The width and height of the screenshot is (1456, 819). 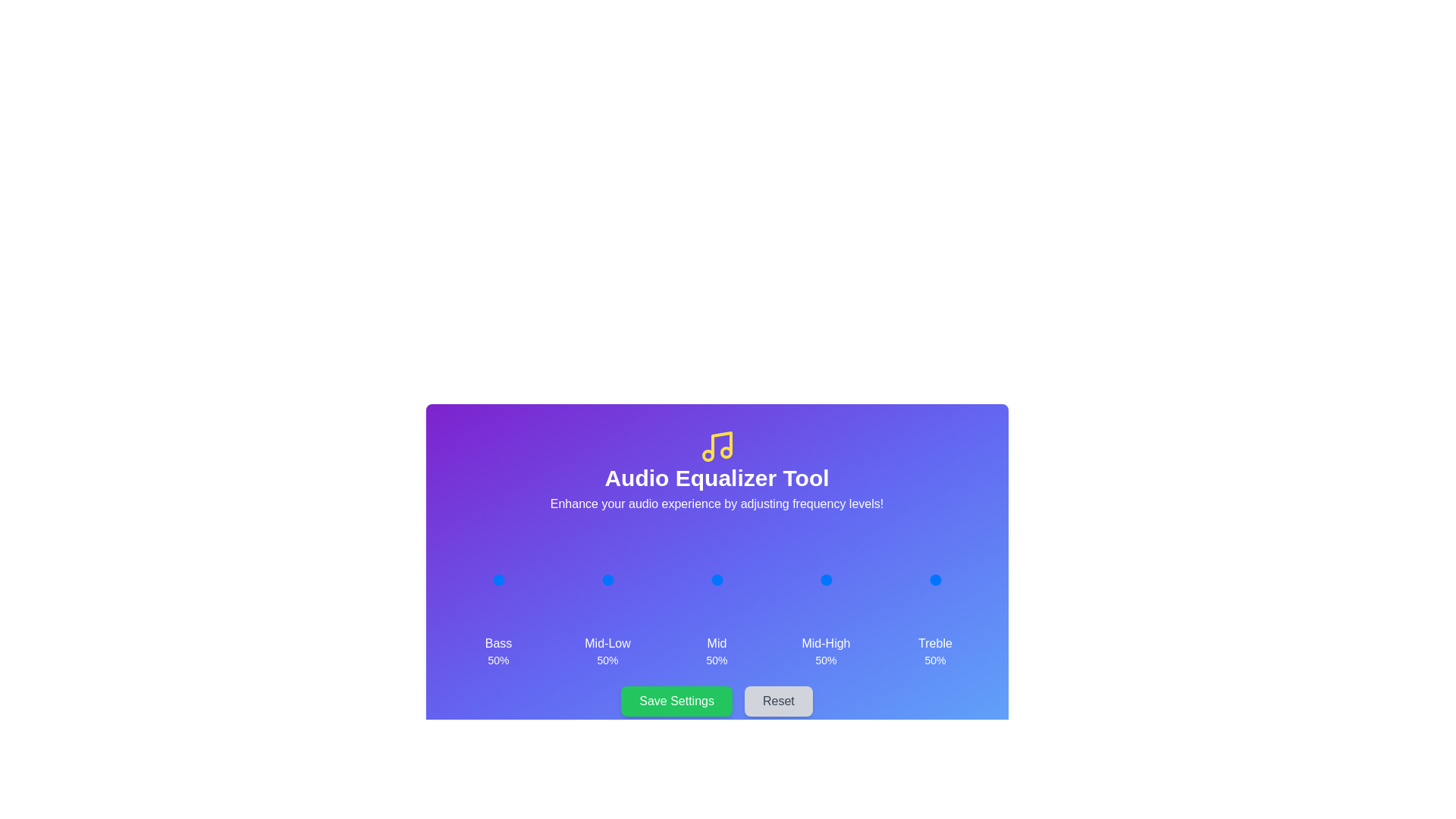 What do you see at coordinates (676, 701) in the screenshot?
I see `the Save Settings Button to observe hover effects` at bounding box center [676, 701].